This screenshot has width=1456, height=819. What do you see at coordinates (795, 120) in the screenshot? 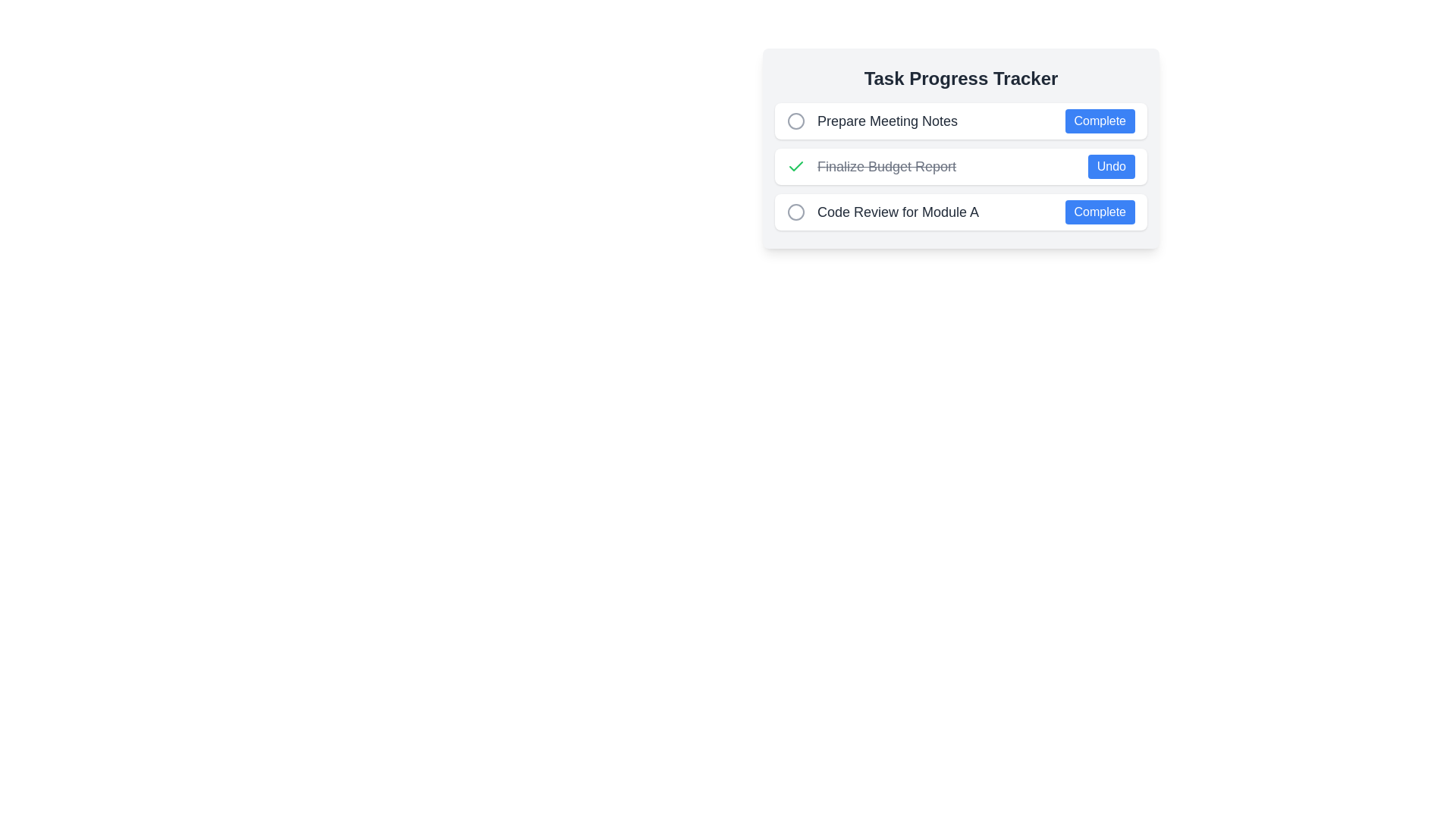
I see `the circular icon with a light gray border located at the leftmost end of the horizontal group preceding the 'Prepare Meeting Notes' text` at bounding box center [795, 120].